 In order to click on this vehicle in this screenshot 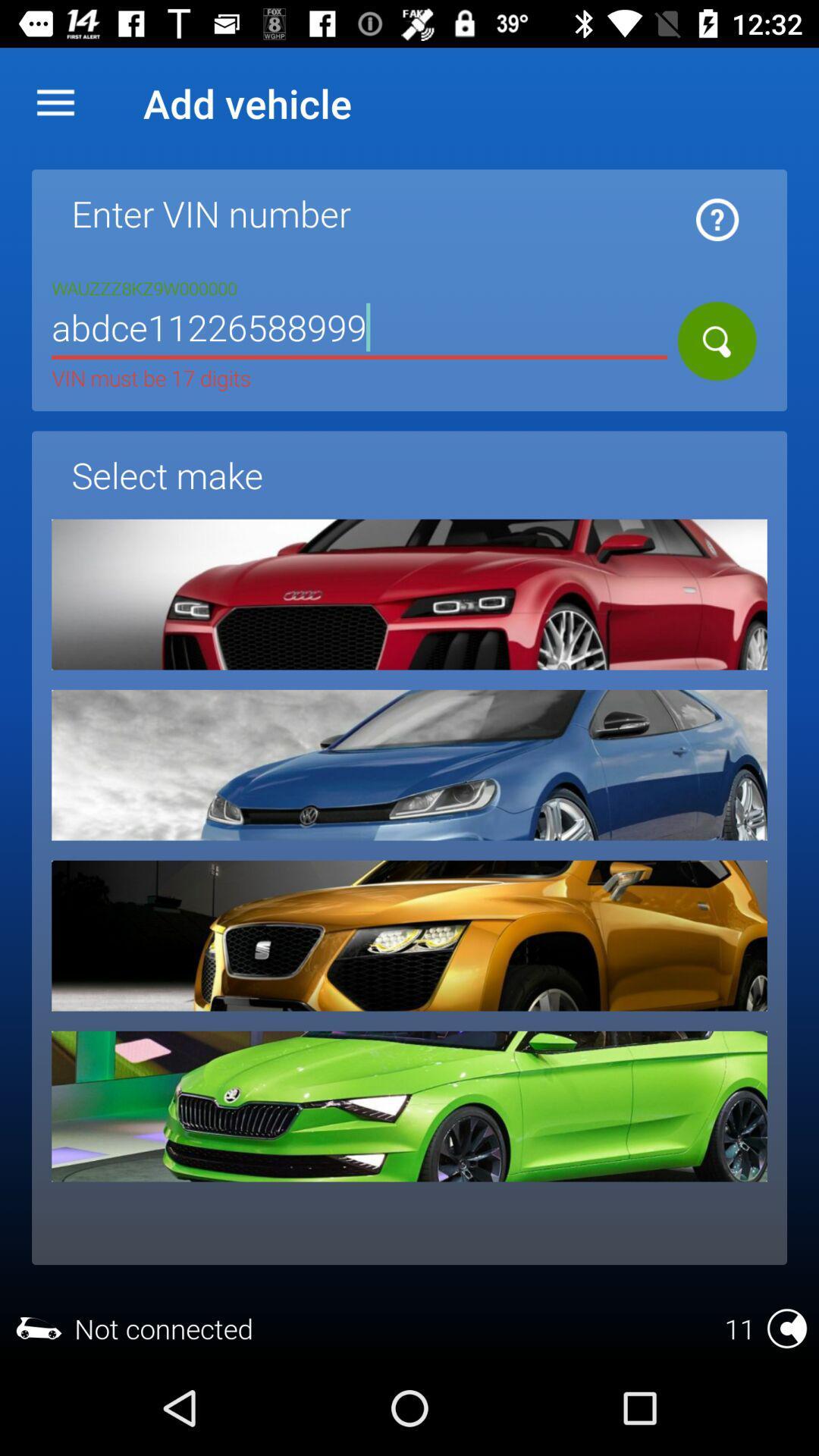, I will do `click(409, 1106)`.